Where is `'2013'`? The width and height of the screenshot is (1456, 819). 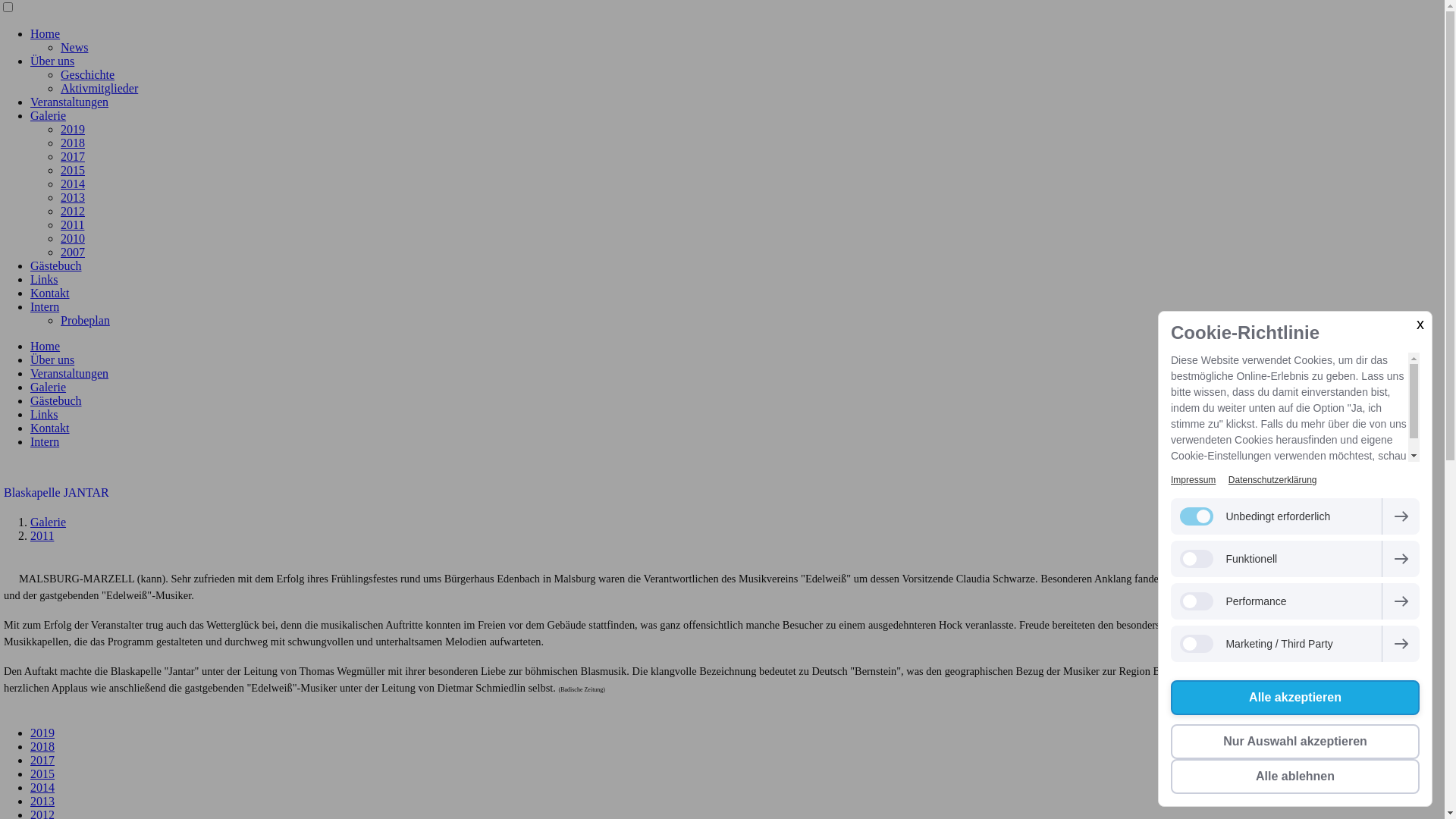
'2013' is located at coordinates (61, 196).